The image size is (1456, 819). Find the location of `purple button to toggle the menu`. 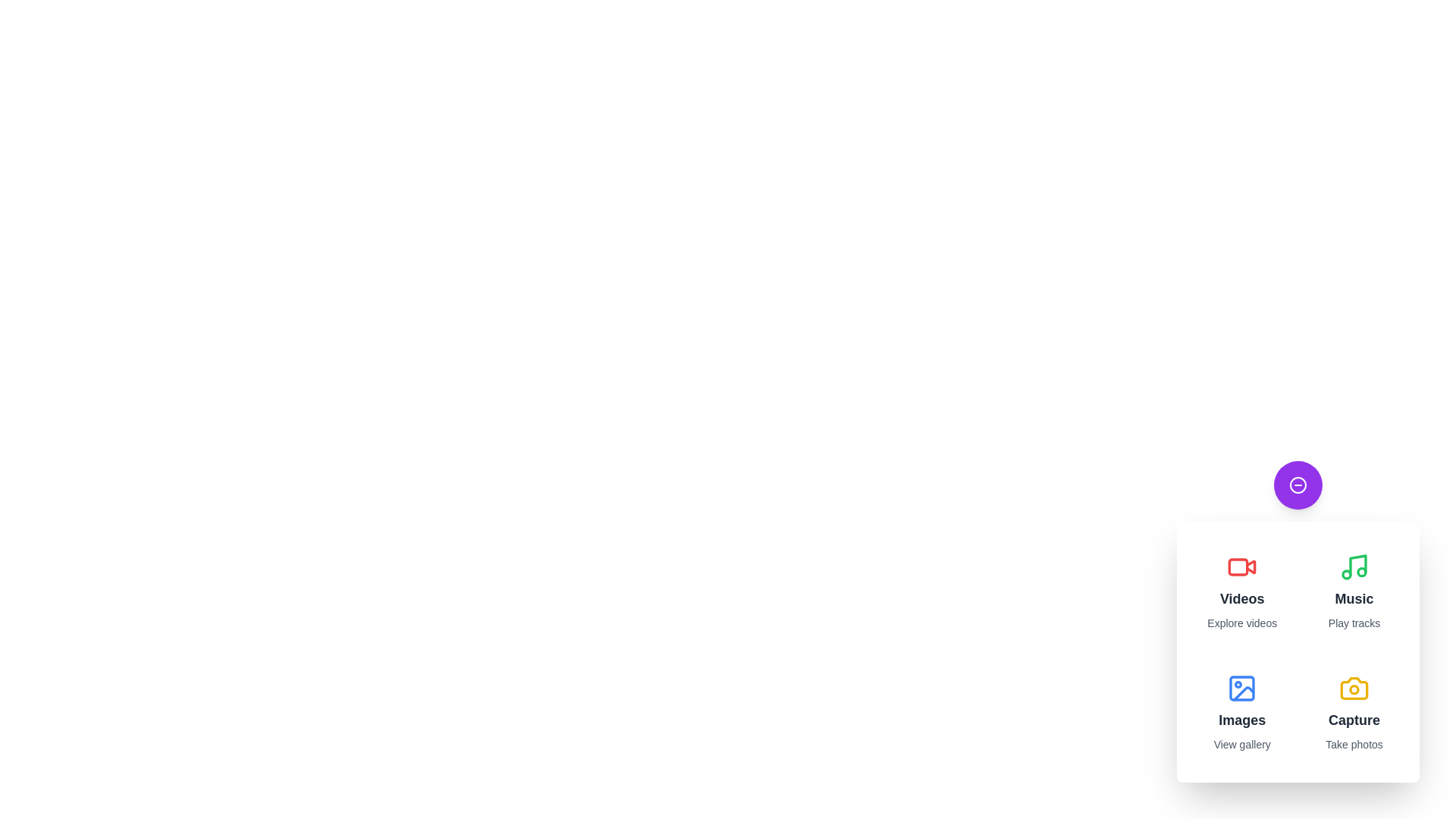

purple button to toggle the menu is located at coordinates (1298, 485).